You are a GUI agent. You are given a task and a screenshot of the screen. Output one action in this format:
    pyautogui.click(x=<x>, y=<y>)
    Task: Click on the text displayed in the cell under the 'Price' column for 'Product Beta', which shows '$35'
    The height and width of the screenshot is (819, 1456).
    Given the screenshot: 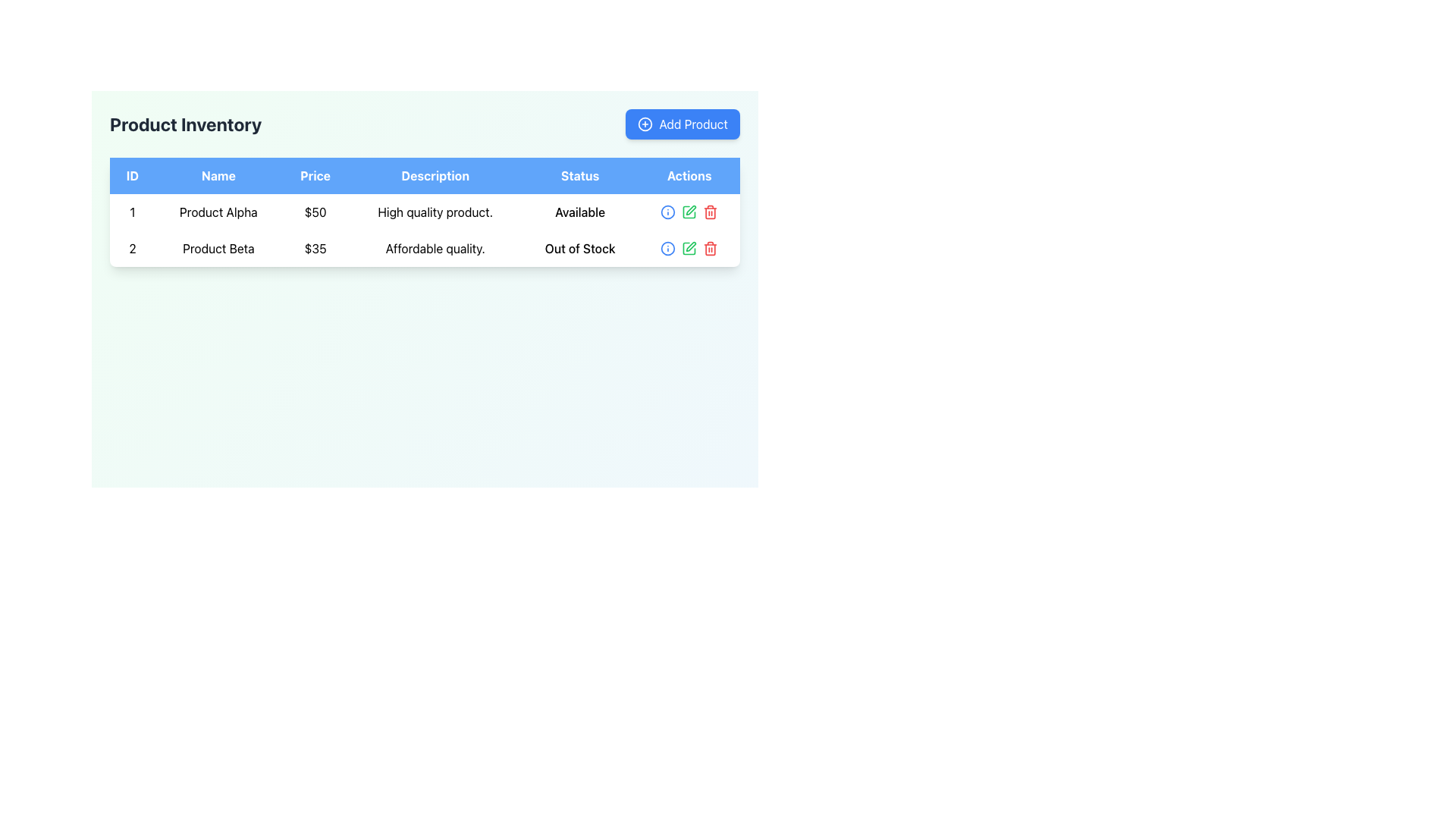 What is the action you would take?
    pyautogui.click(x=315, y=247)
    